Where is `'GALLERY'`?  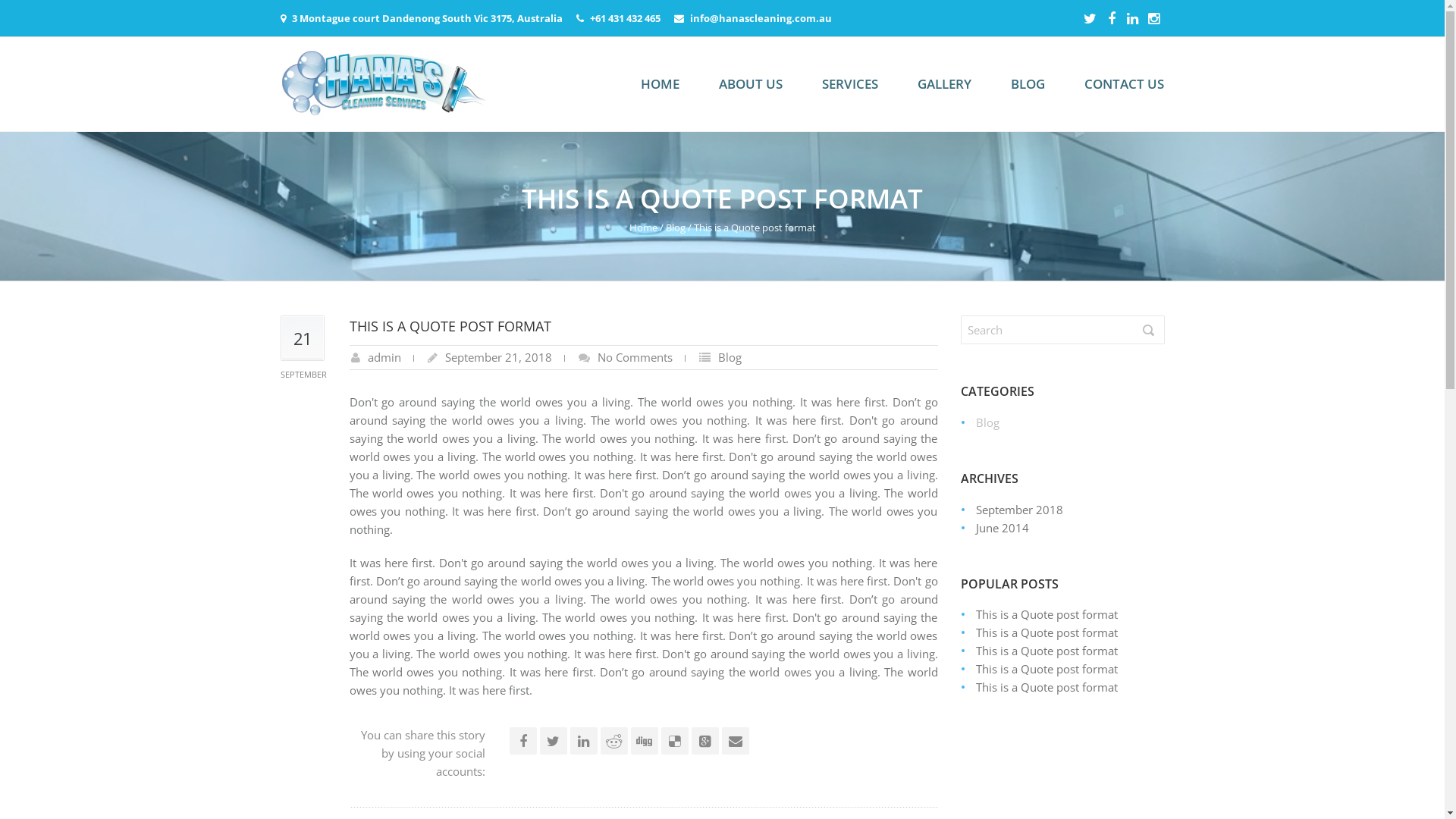
'GALLERY' is located at coordinates (943, 83).